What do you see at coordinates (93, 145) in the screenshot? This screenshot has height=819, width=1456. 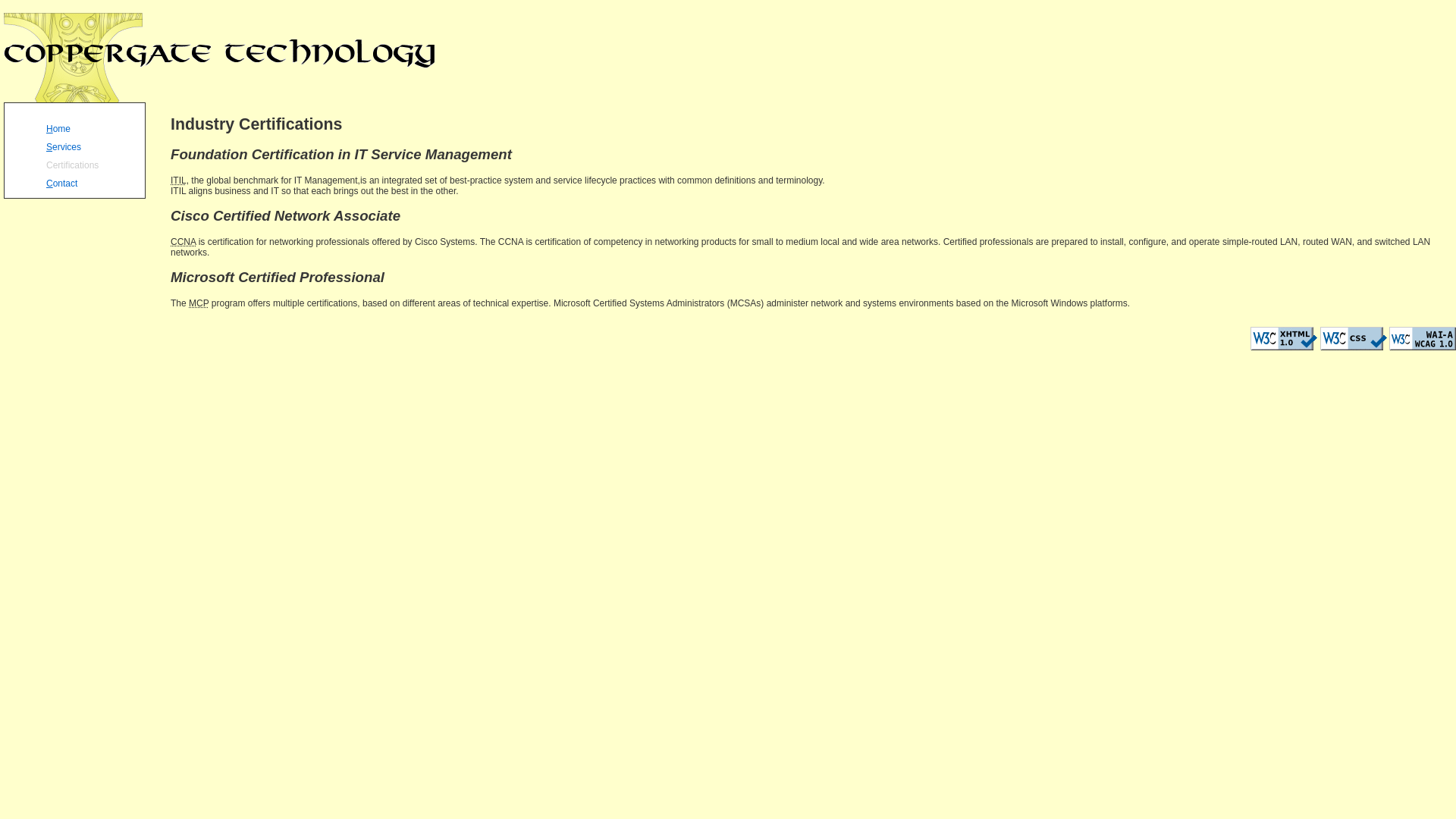 I see `'Services'` at bounding box center [93, 145].